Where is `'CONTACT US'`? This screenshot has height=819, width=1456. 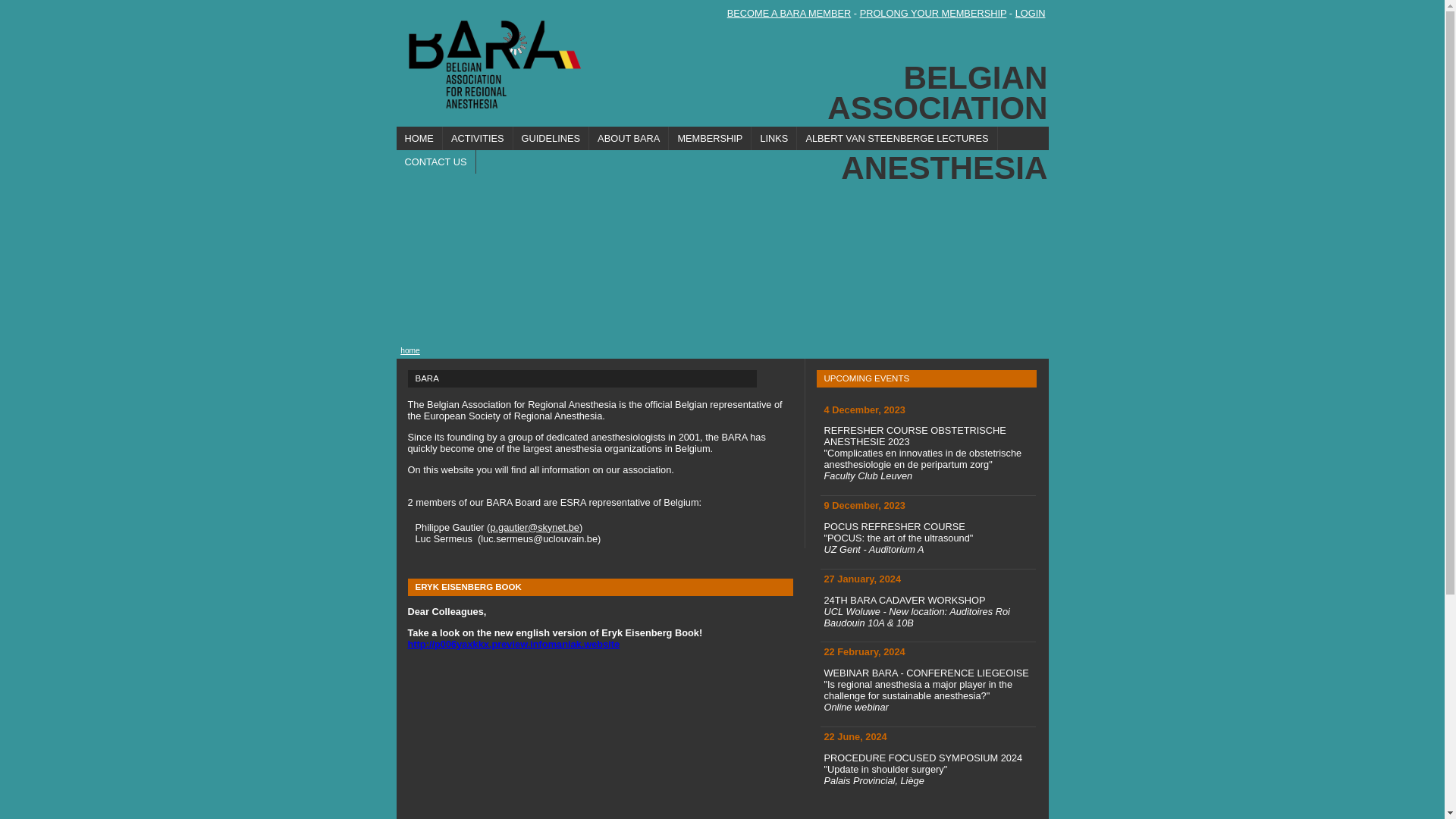
'CONTACT US' is located at coordinates (435, 162).